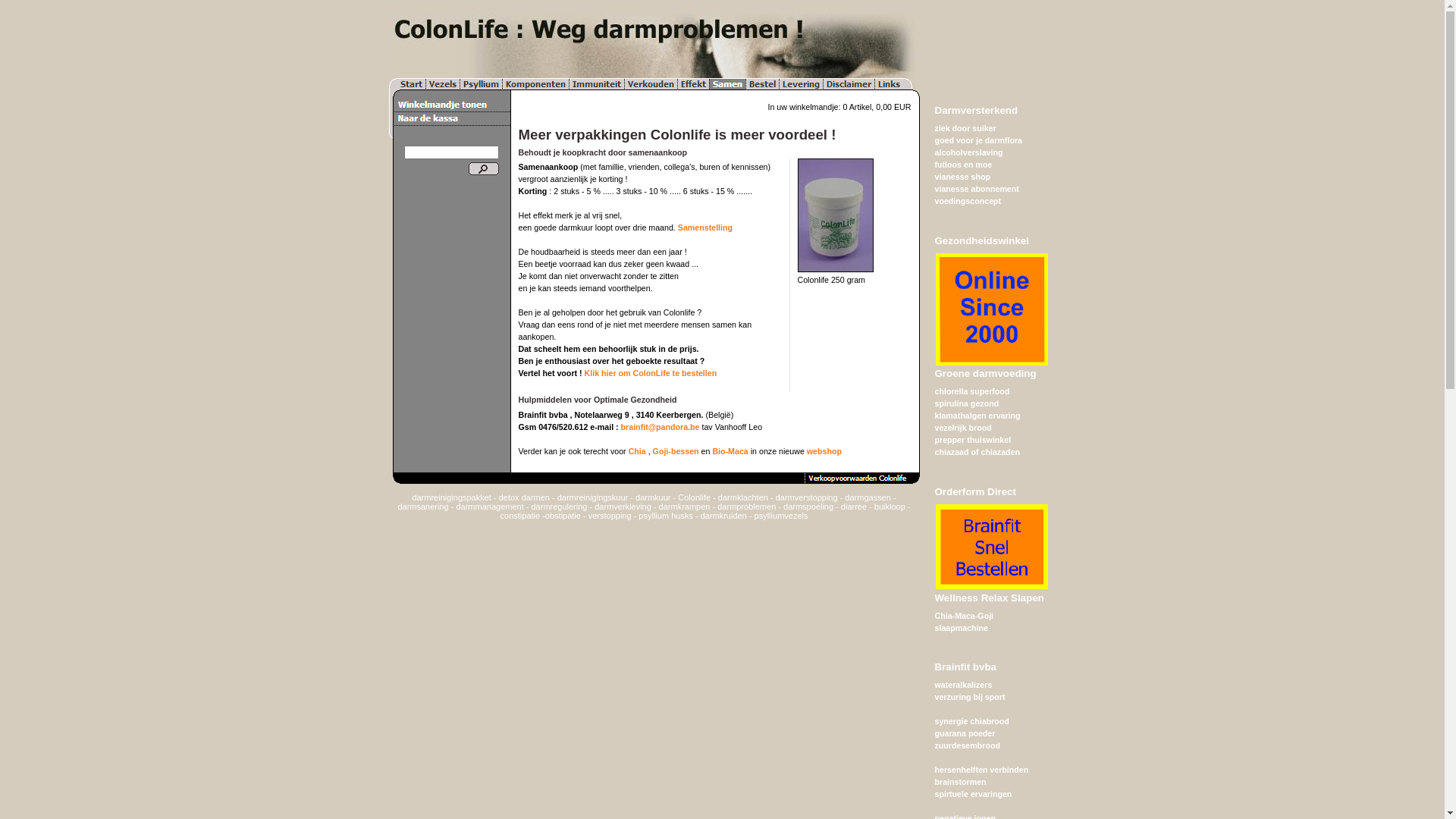  Describe the element at coordinates (972, 439) in the screenshot. I see `'prepper thuiswinkel'` at that location.